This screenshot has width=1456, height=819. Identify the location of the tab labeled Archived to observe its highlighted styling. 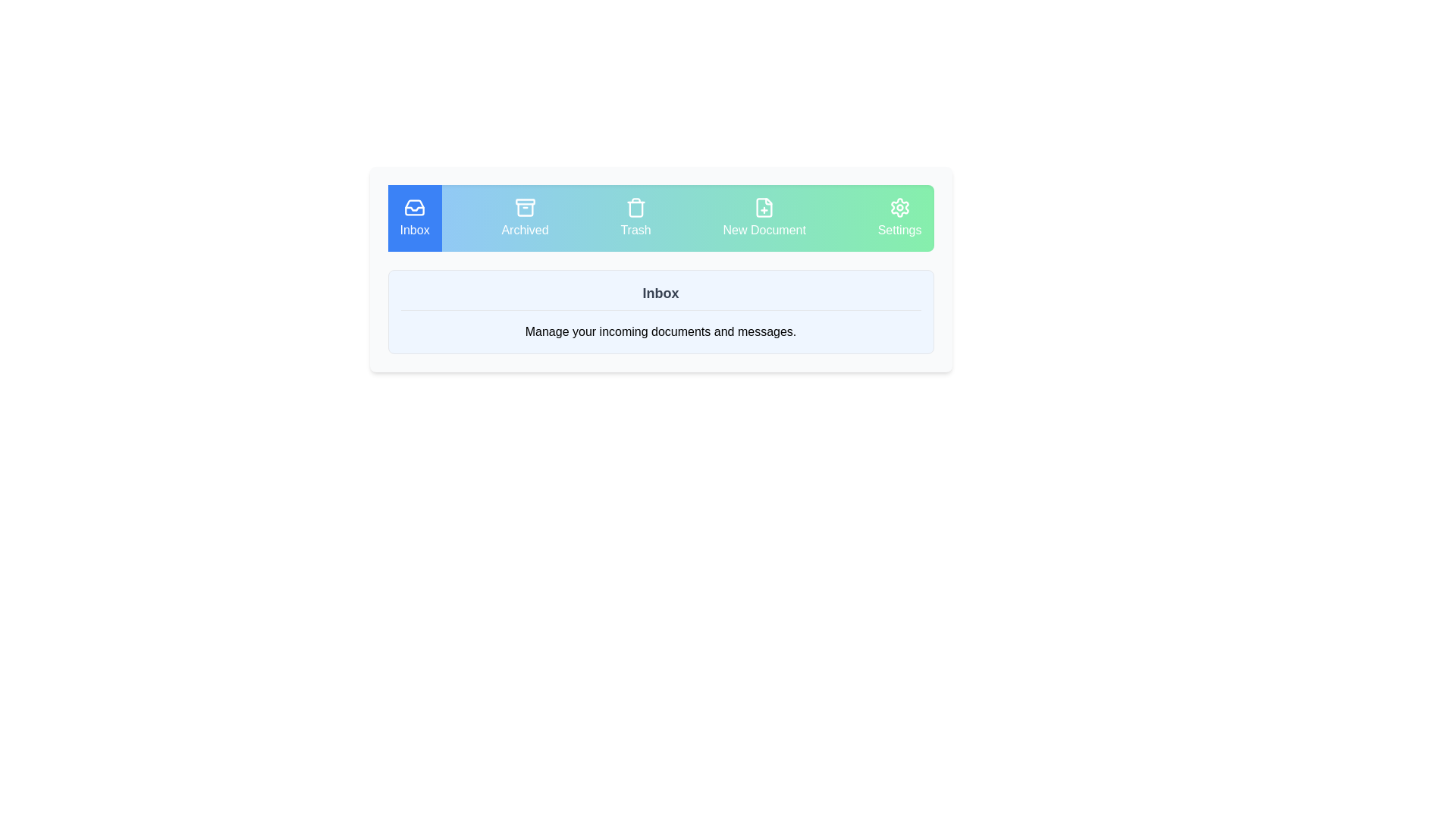
(525, 218).